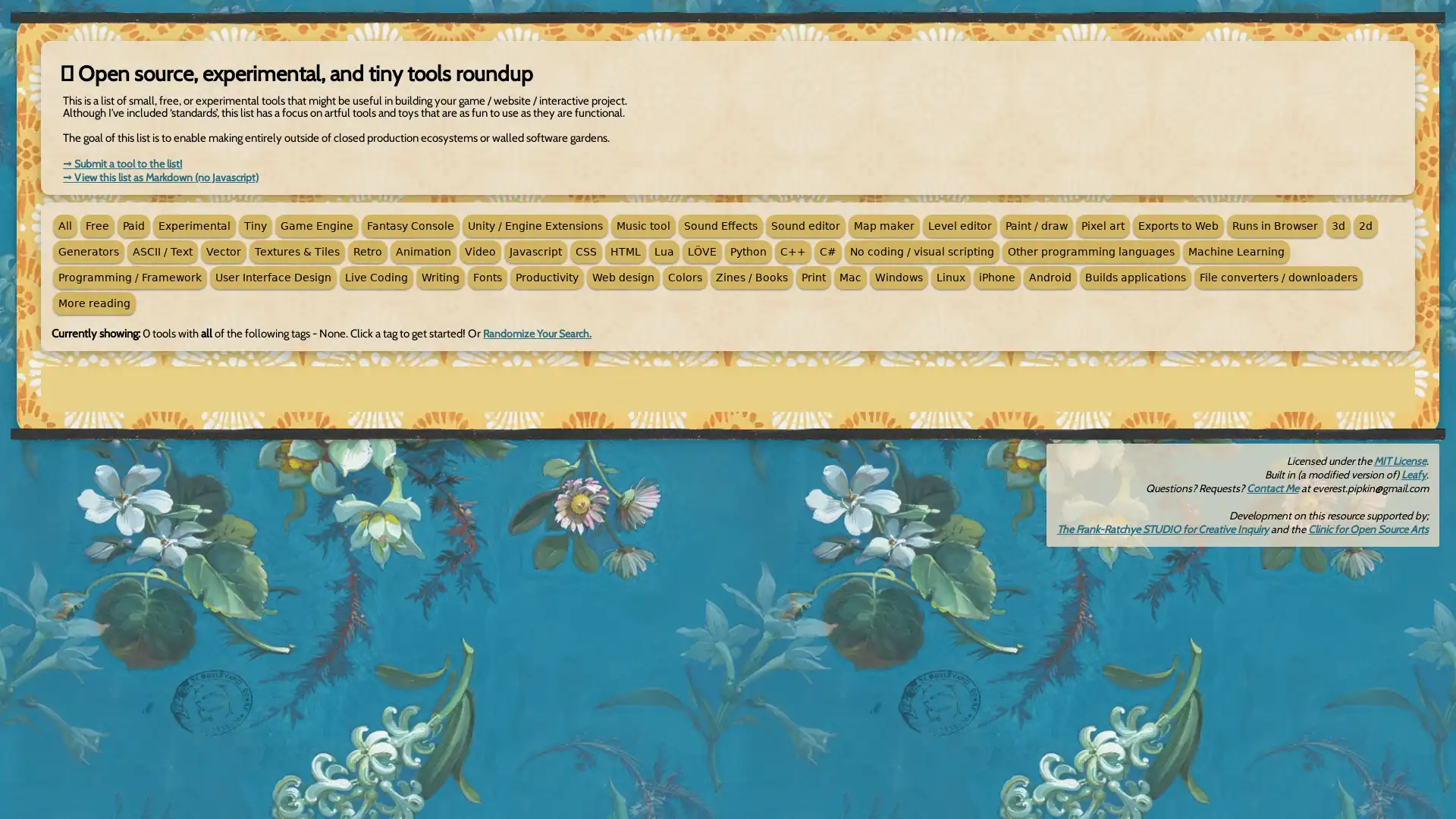 The image size is (1456, 819). What do you see at coordinates (643, 225) in the screenshot?
I see `Music tool` at bounding box center [643, 225].